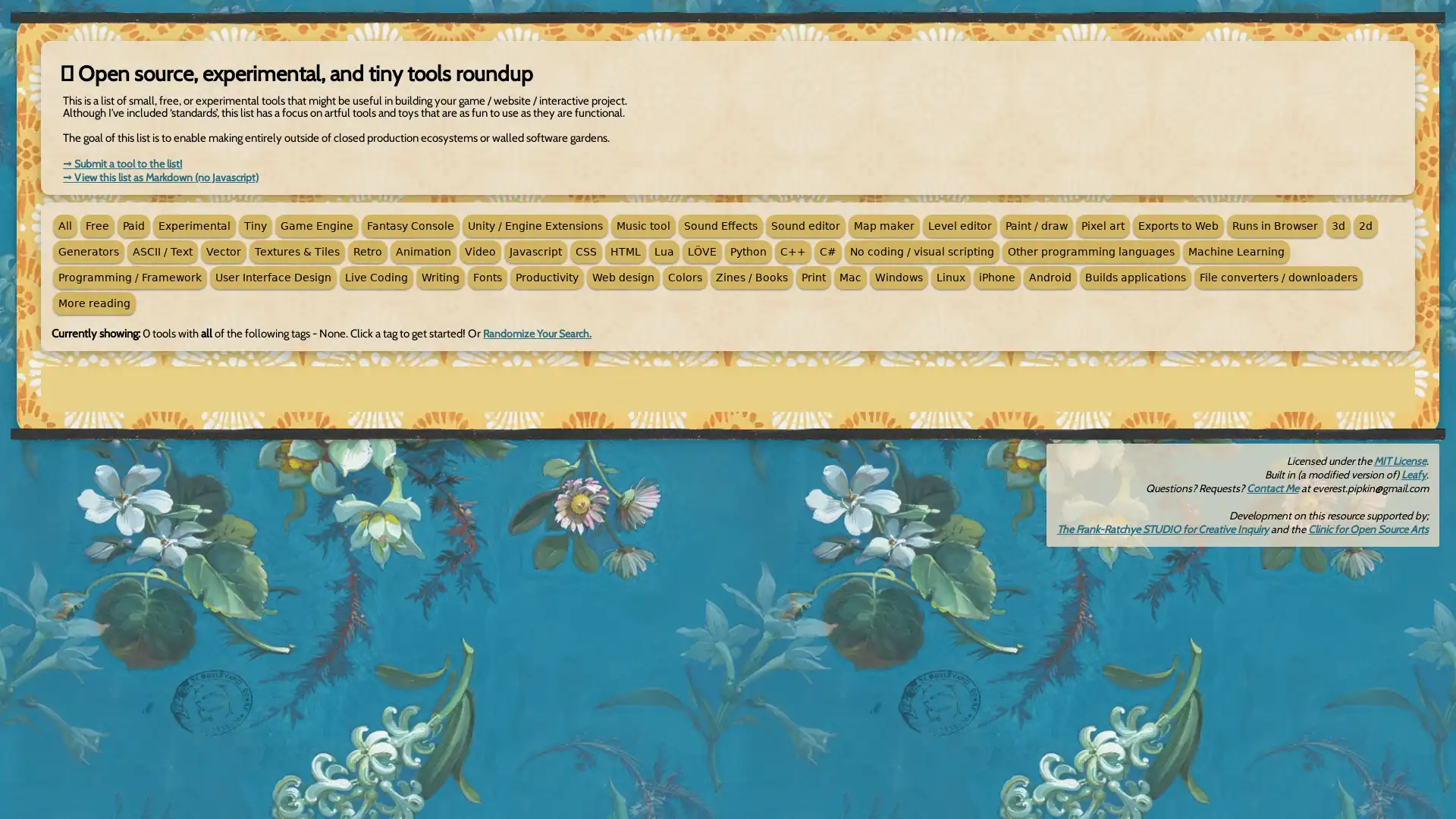 The image size is (1456, 819). What do you see at coordinates (643, 225) in the screenshot?
I see `Music tool` at bounding box center [643, 225].